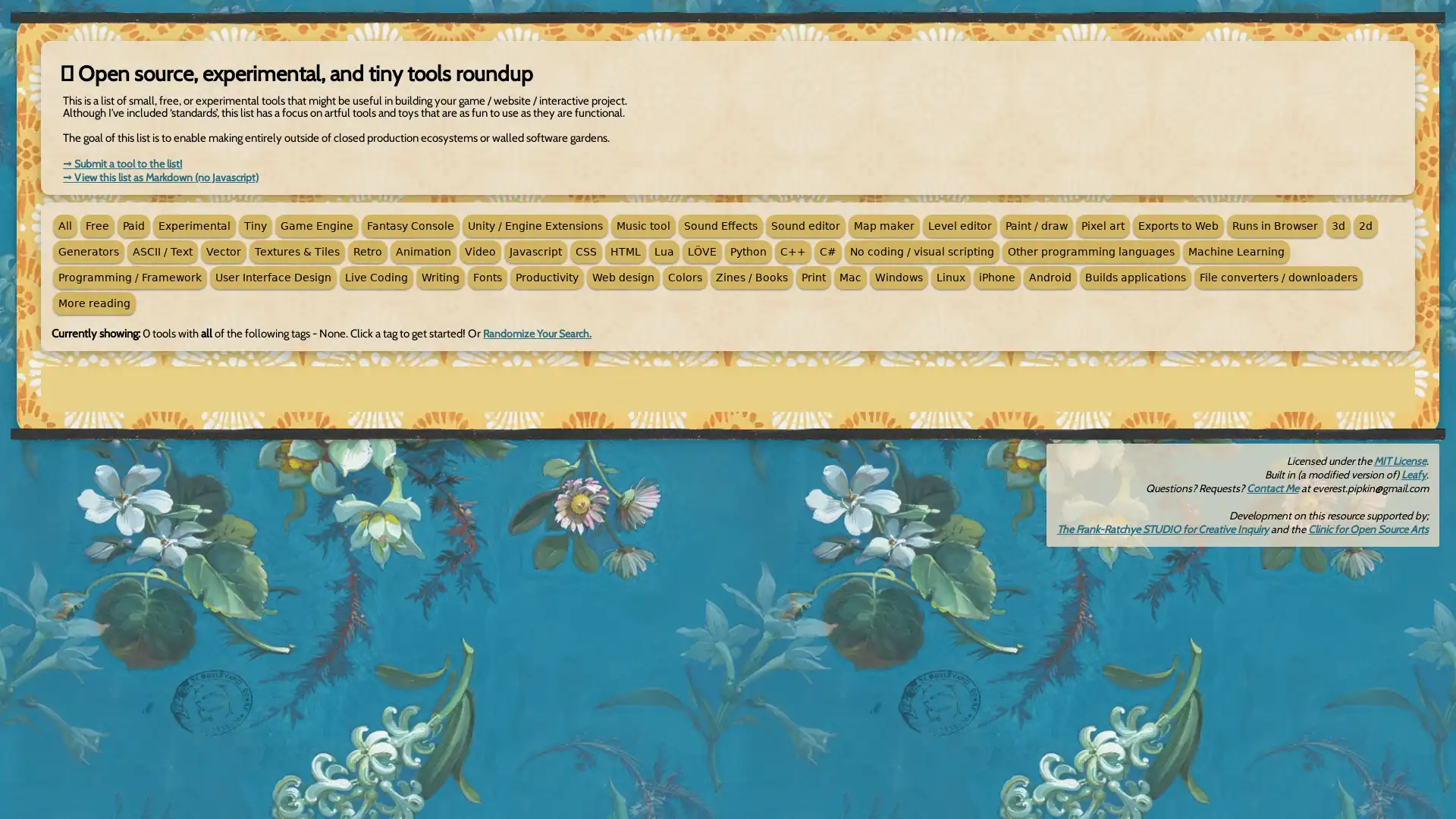 The image size is (1456, 819). What do you see at coordinates (643, 225) in the screenshot?
I see `Music tool` at bounding box center [643, 225].